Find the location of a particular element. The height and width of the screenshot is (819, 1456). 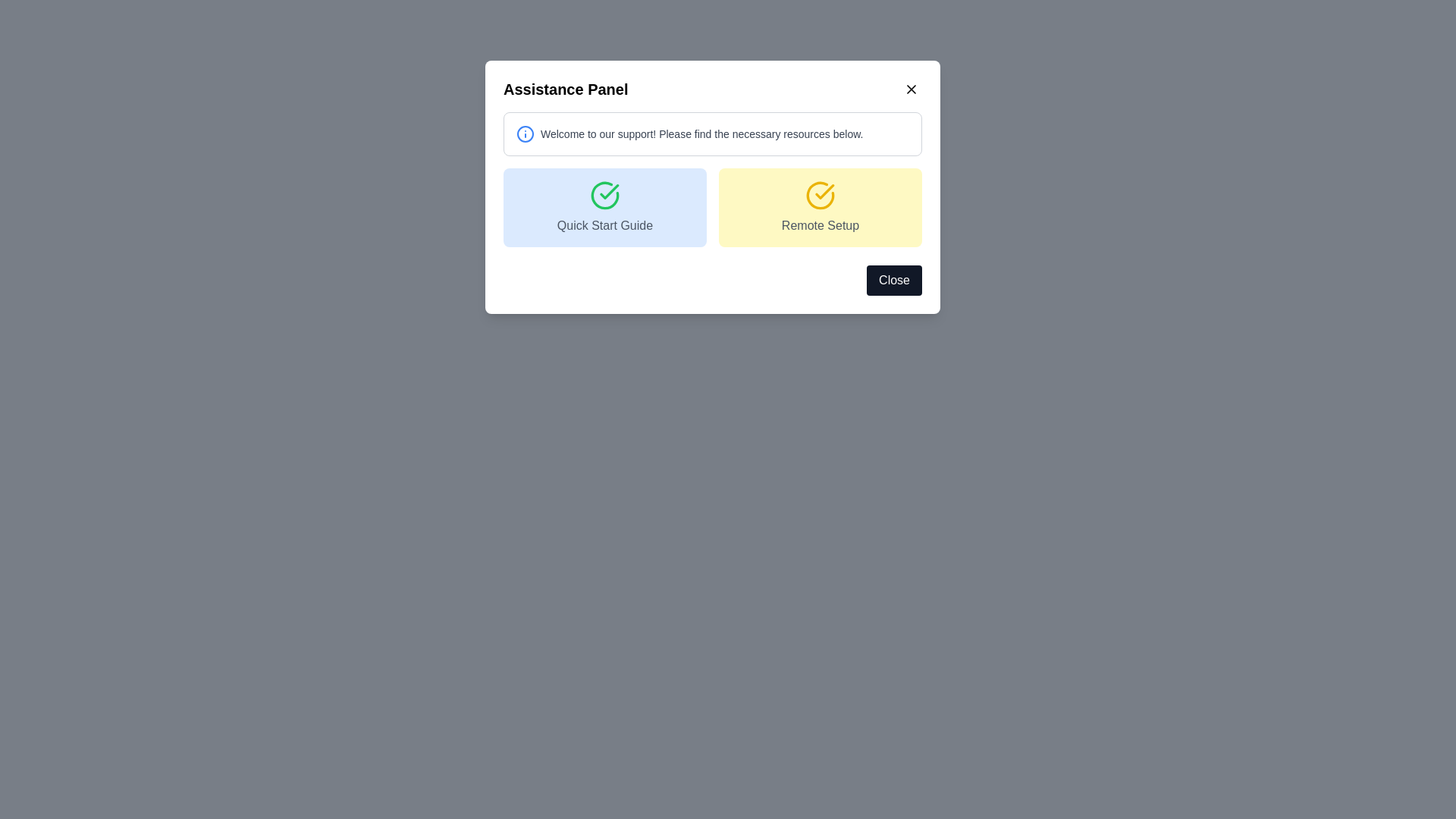

the confirmation icon located within the blue 'Quick Start Guide' button in the left half of the Assistance Panel dialog box is located at coordinates (604, 195).